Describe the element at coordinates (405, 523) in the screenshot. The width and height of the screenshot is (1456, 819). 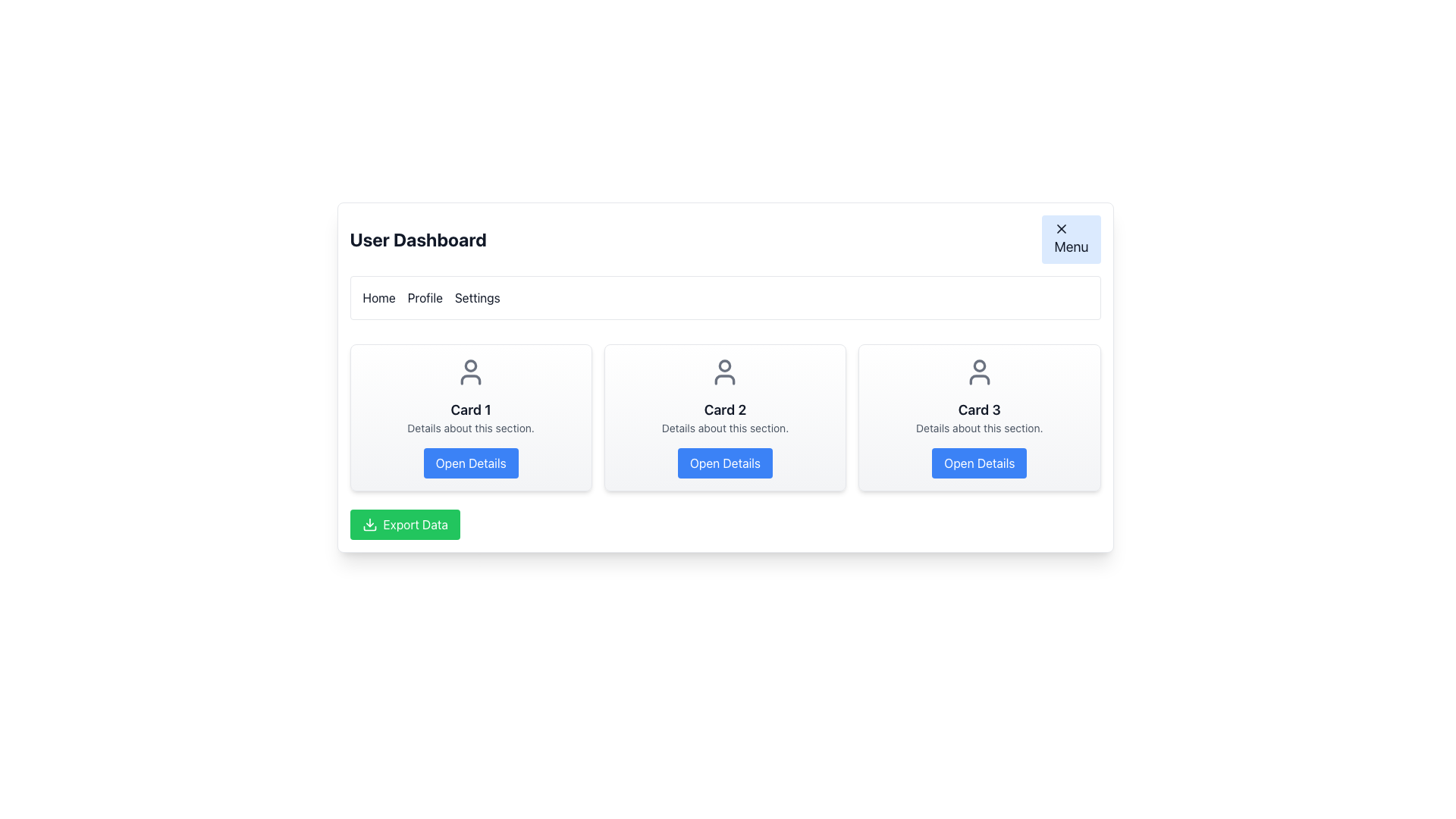
I see `the data export button located at the bottom-left section of the interface, directly underneath the row of informational cards labeled as 'Card 1', 'Card 2', and 'Card 3'` at that location.